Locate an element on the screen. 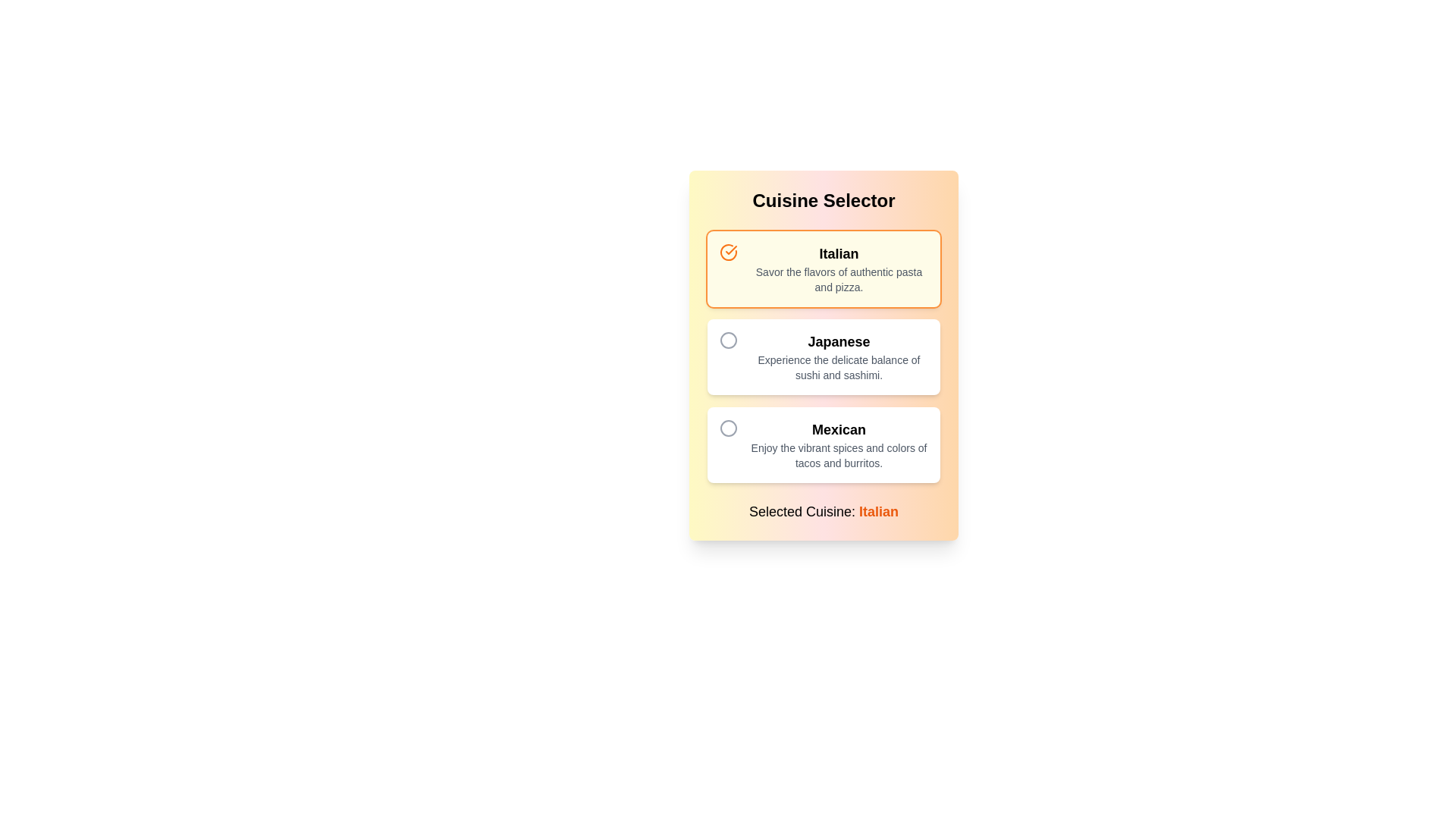 This screenshot has height=819, width=1456. the text label displaying 'Italian' in bold orange font, which is part of the sentence 'Selected Cuisine: Italian' is located at coordinates (879, 512).